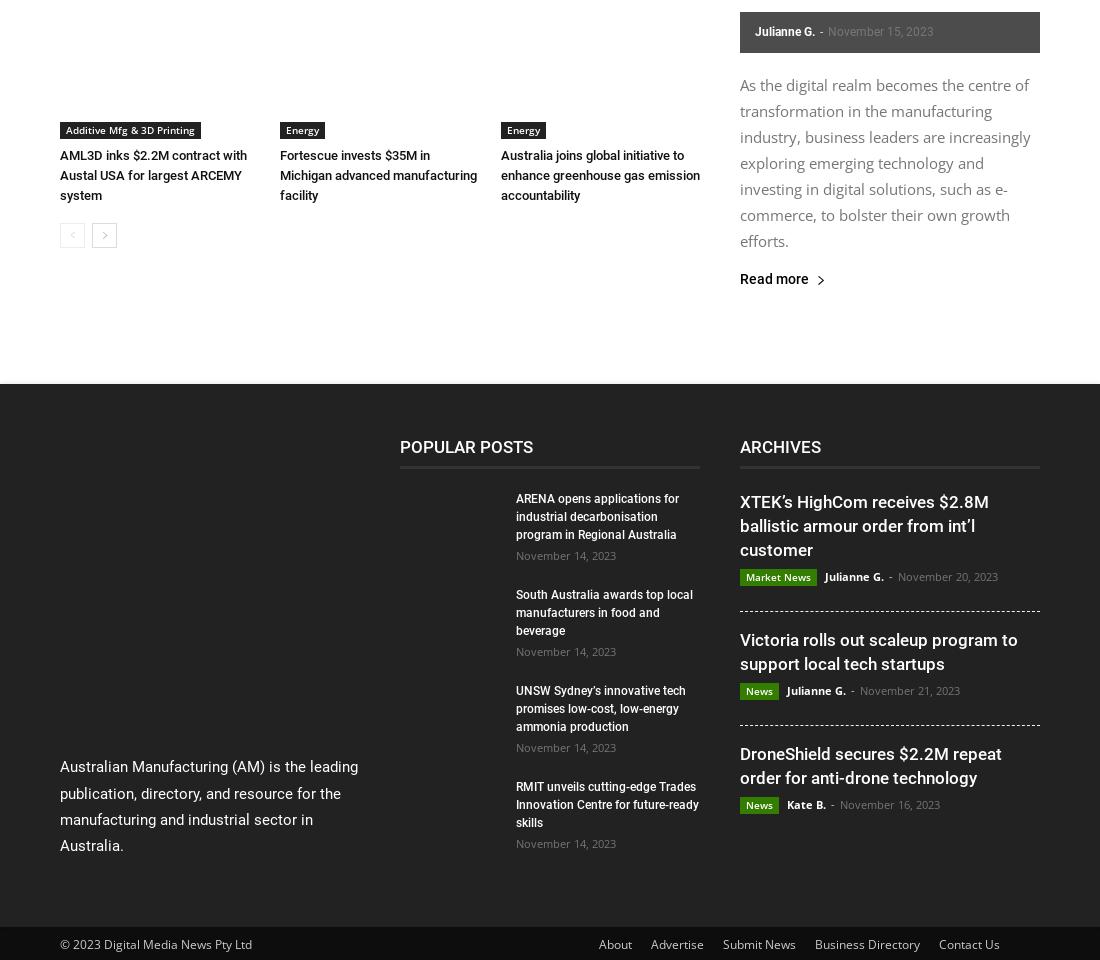 This screenshot has height=960, width=1100. What do you see at coordinates (806, 804) in the screenshot?
I see `'Kate B.'` at bounding box center [806, 804].